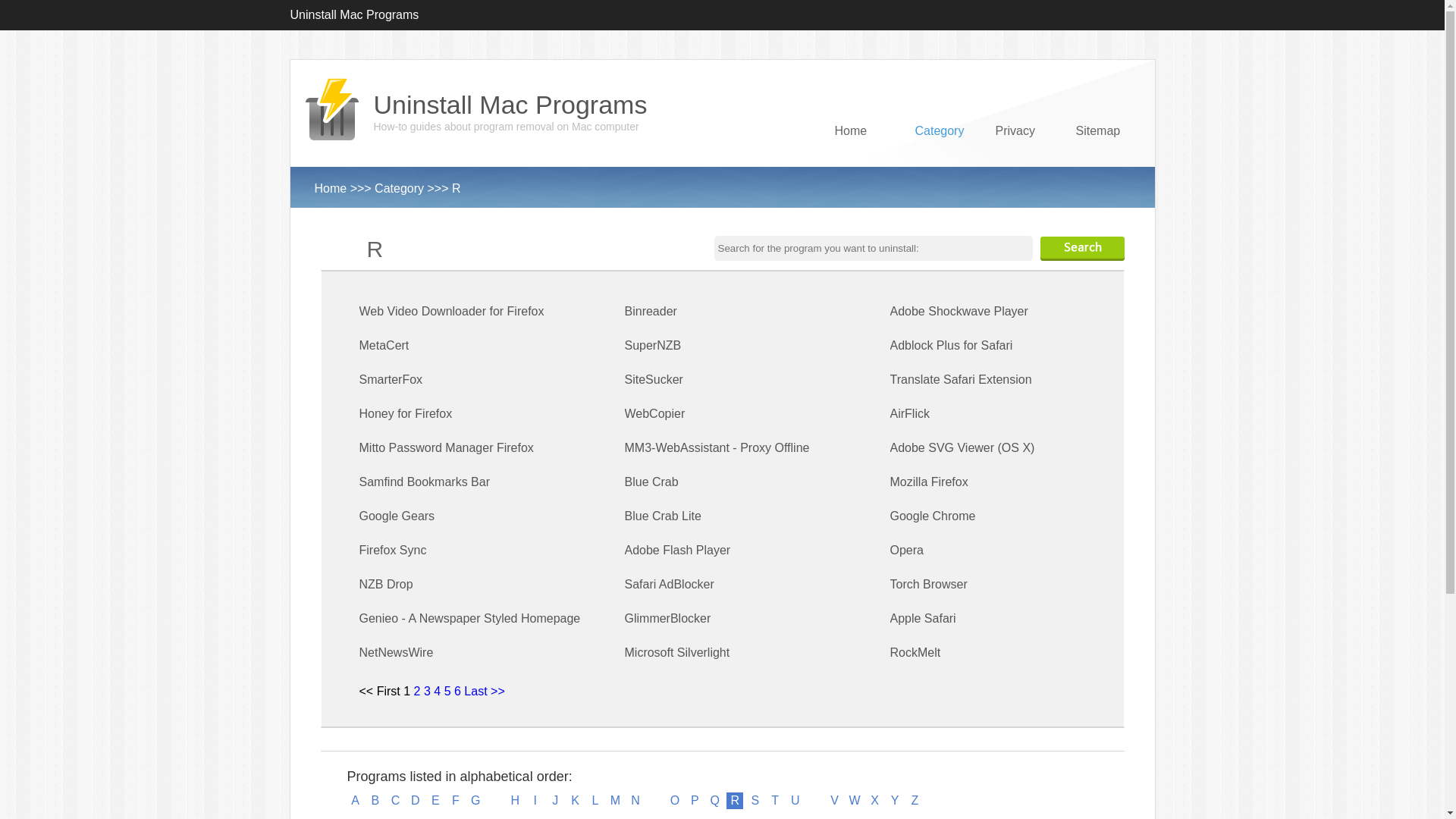  Describe the element at coordinates (514, 800) in the screenshot. I see `'H'` at that location.